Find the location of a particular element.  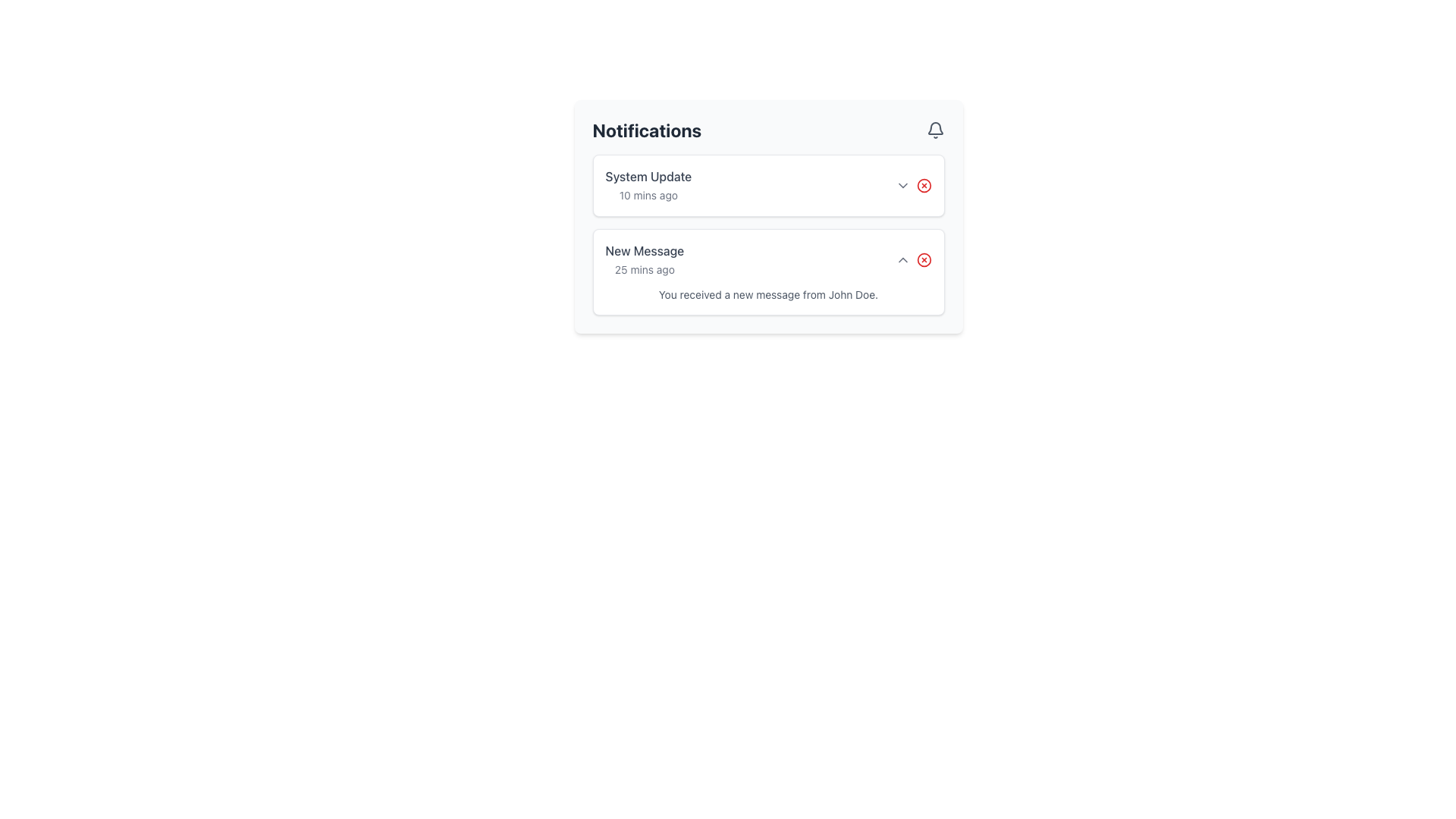

text content of the 'Notifications' text label displayed in a bold and large gray font located at the top-left section of the notification items box is located at coordinates (647, 130).